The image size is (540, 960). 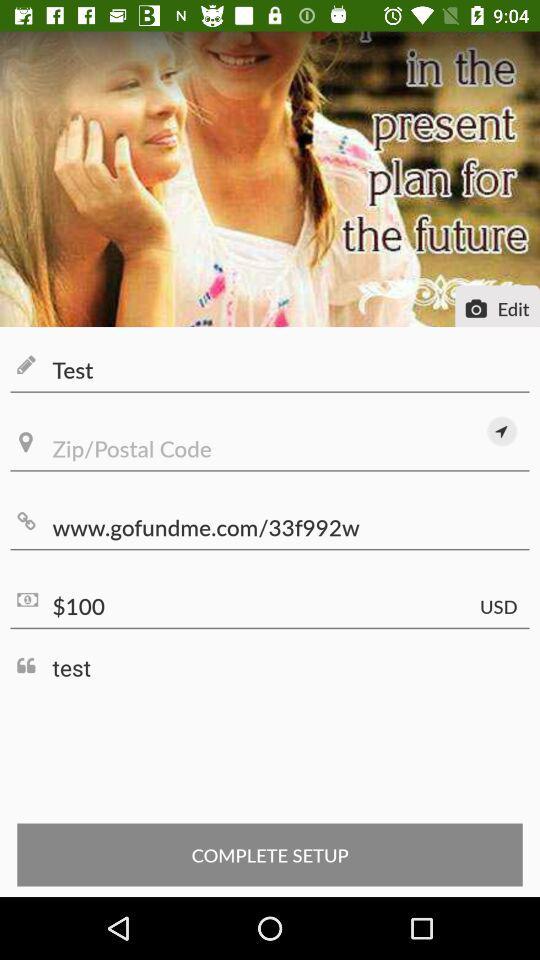 What do you see at coordinates (270, 605) in the screenshot?
I see `the $100 icon` at bounding box center [270, 605].